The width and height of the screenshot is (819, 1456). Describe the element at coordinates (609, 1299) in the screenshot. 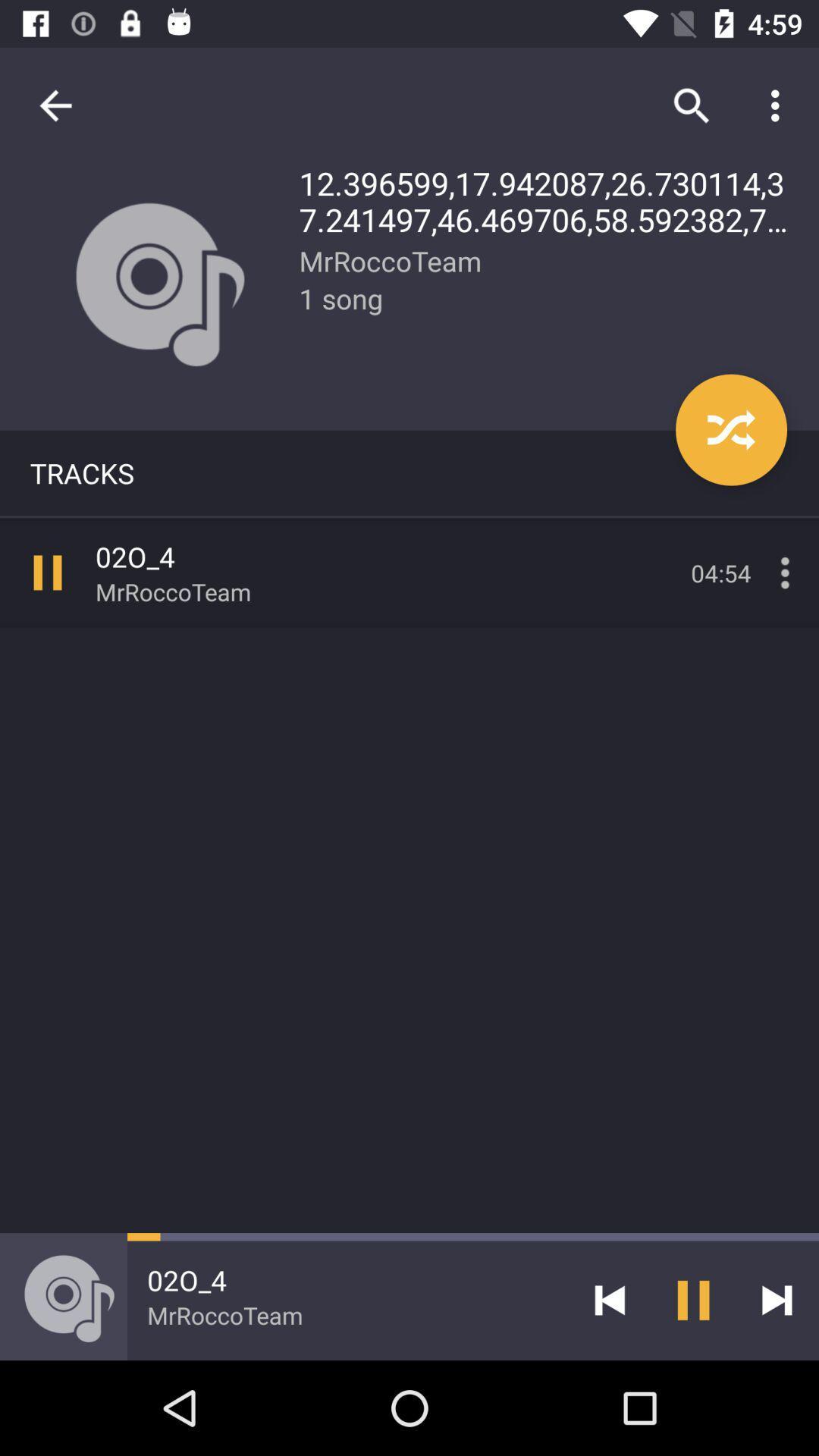

I see `the item next to the 02o_4 icon` at that location.